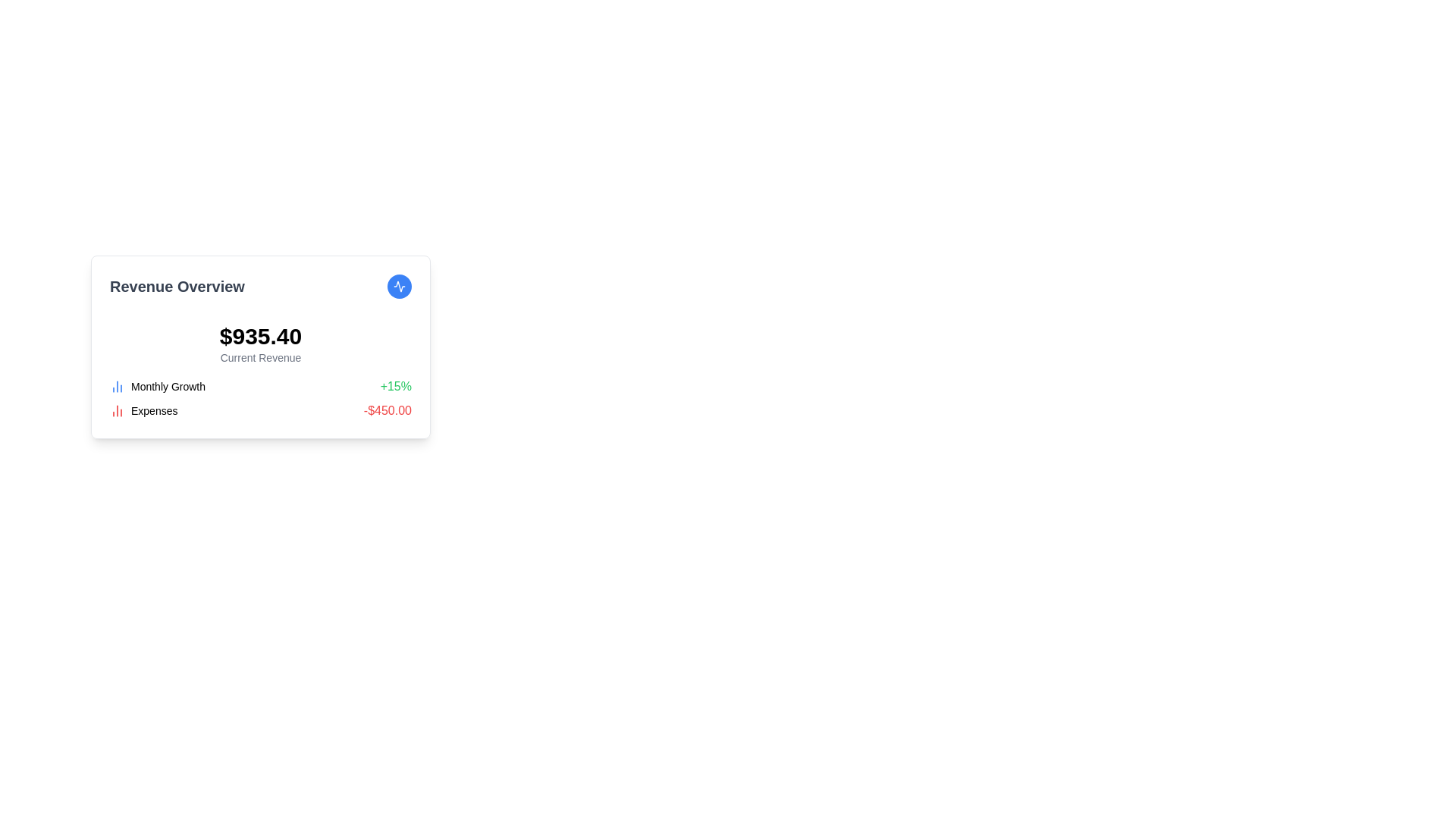 The image size is (1456, 819). I want to click on the small blue bar chart icon representing the data metric for 'Monthly Growth' located to the left of the text and percentage value, so click(116, 385).